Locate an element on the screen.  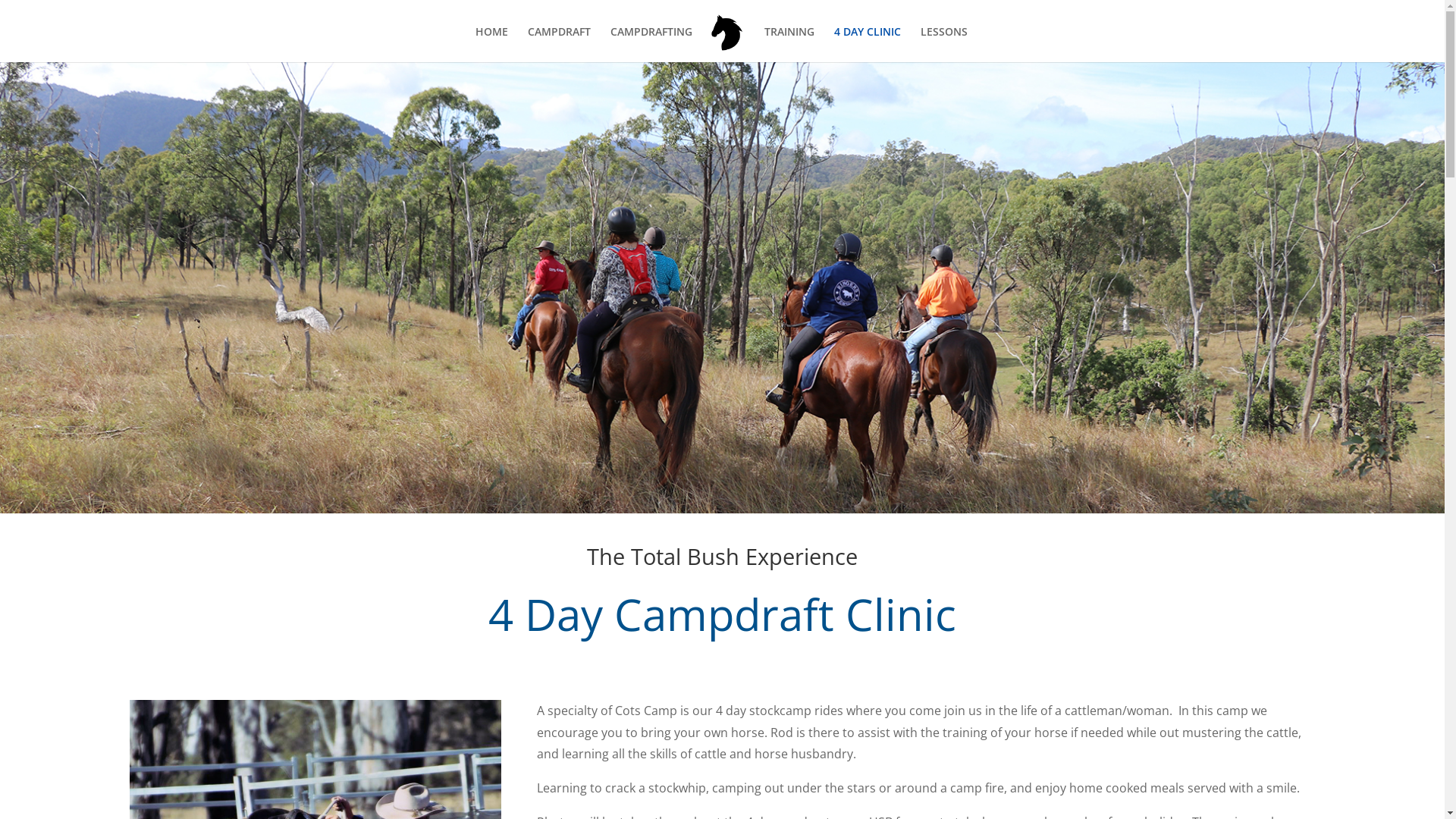
'HOME' is located at coordinates (491, 43).